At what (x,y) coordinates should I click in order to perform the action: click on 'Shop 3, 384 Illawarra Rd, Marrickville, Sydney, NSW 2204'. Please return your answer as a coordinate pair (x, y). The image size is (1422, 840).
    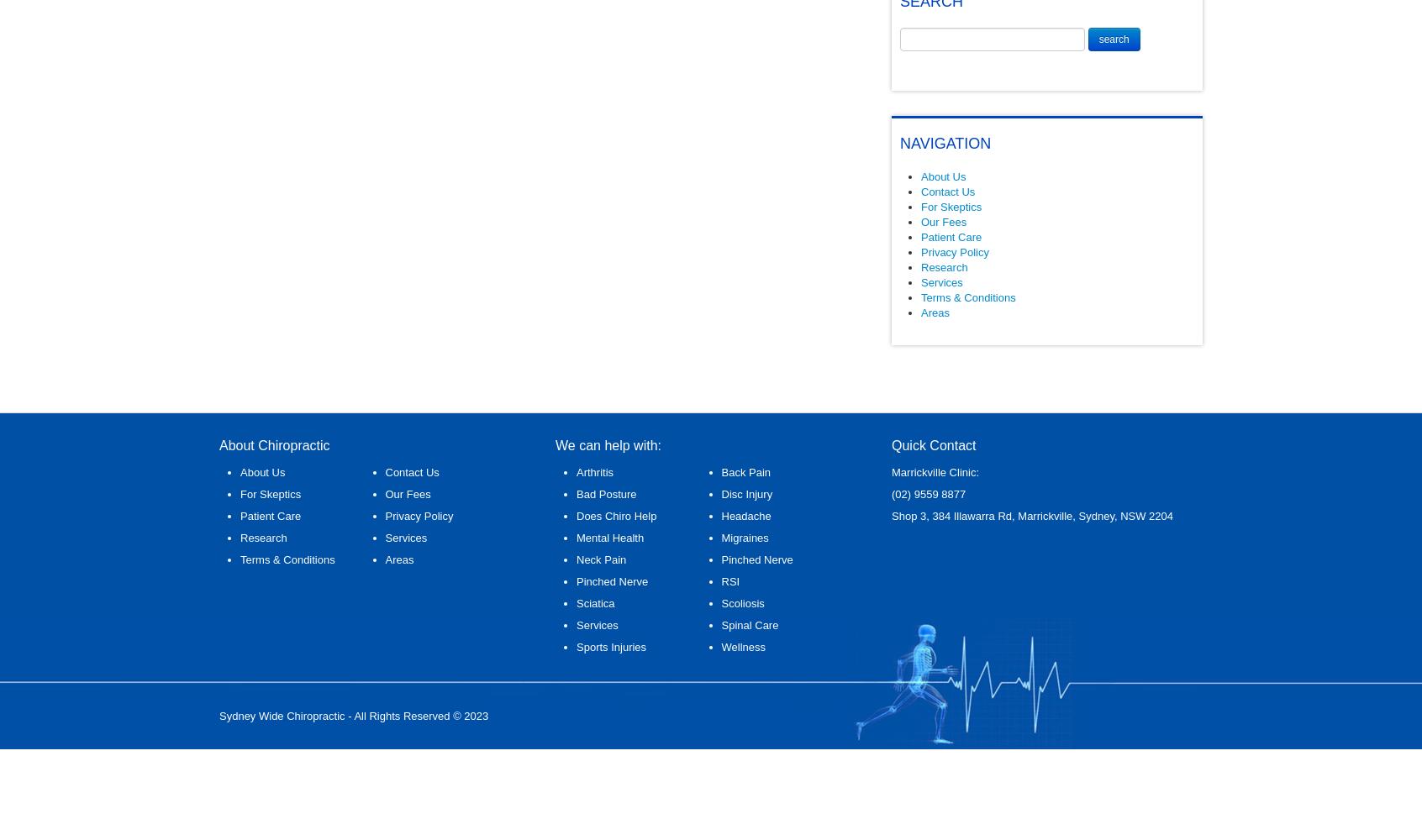
    Looking at the image, I should click on (1032, 515).